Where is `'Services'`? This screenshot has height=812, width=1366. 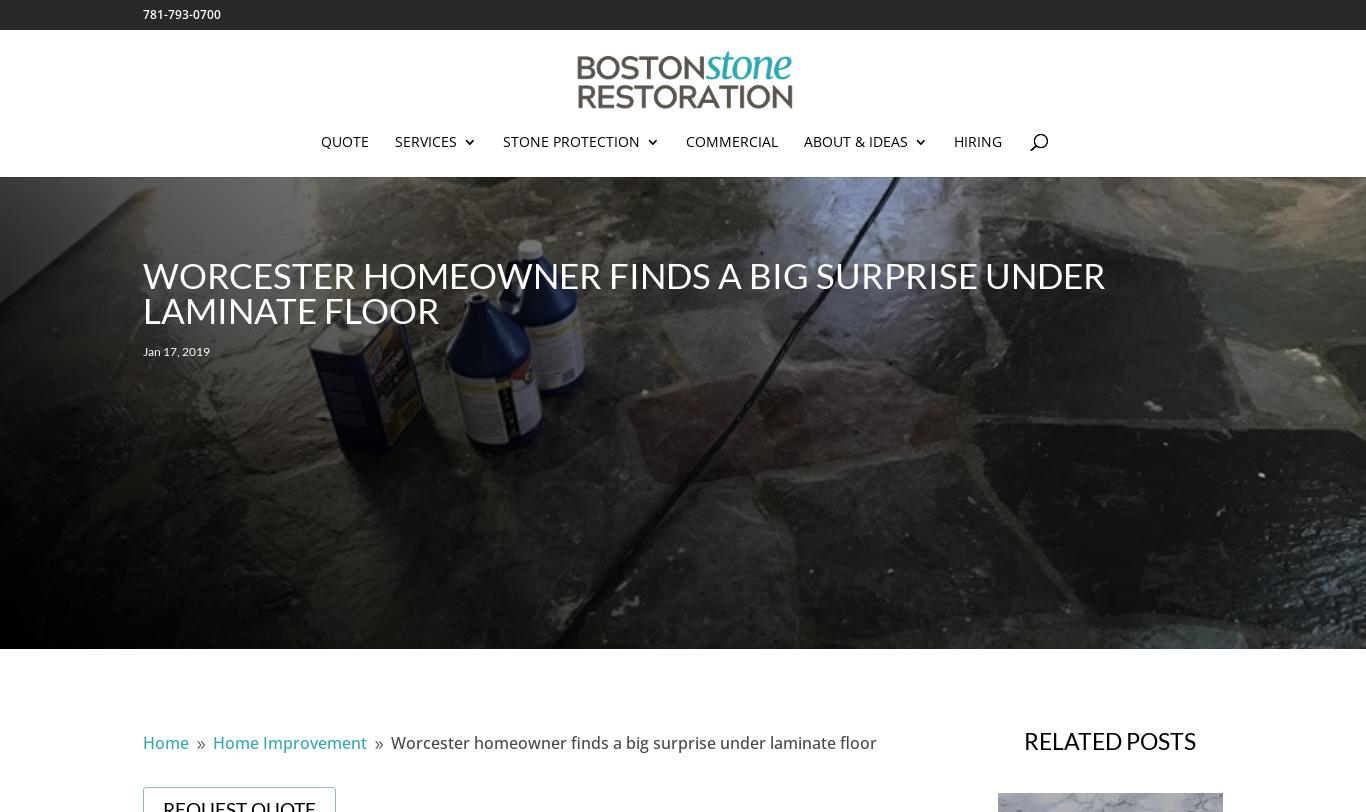
'Services' is located at coordinates (392, 141).